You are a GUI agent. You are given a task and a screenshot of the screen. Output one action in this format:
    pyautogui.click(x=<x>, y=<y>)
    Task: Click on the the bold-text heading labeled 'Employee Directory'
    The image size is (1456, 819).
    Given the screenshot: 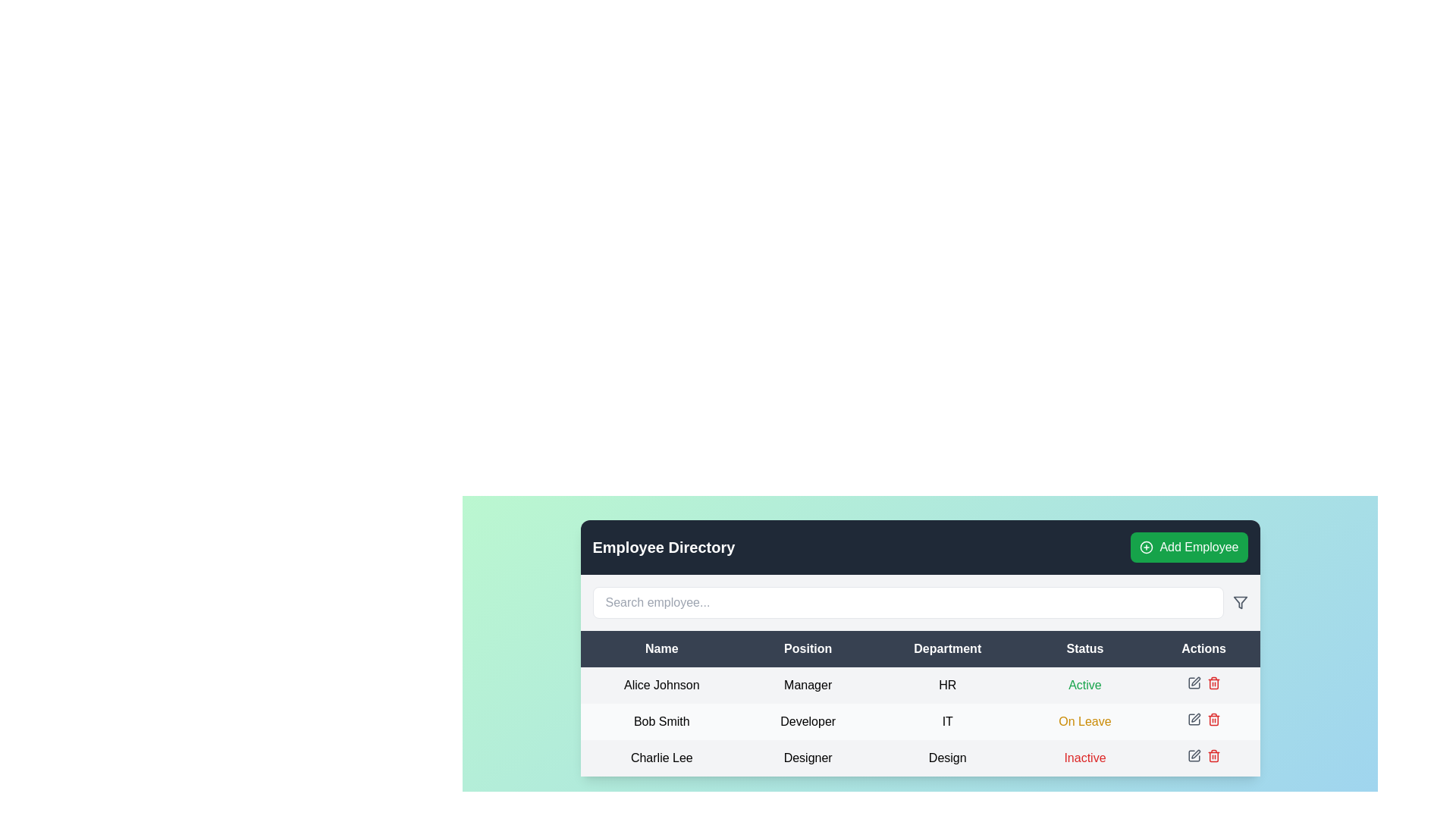 What is the action you would take?
    pyautogui.click(x=664, y=547)
    